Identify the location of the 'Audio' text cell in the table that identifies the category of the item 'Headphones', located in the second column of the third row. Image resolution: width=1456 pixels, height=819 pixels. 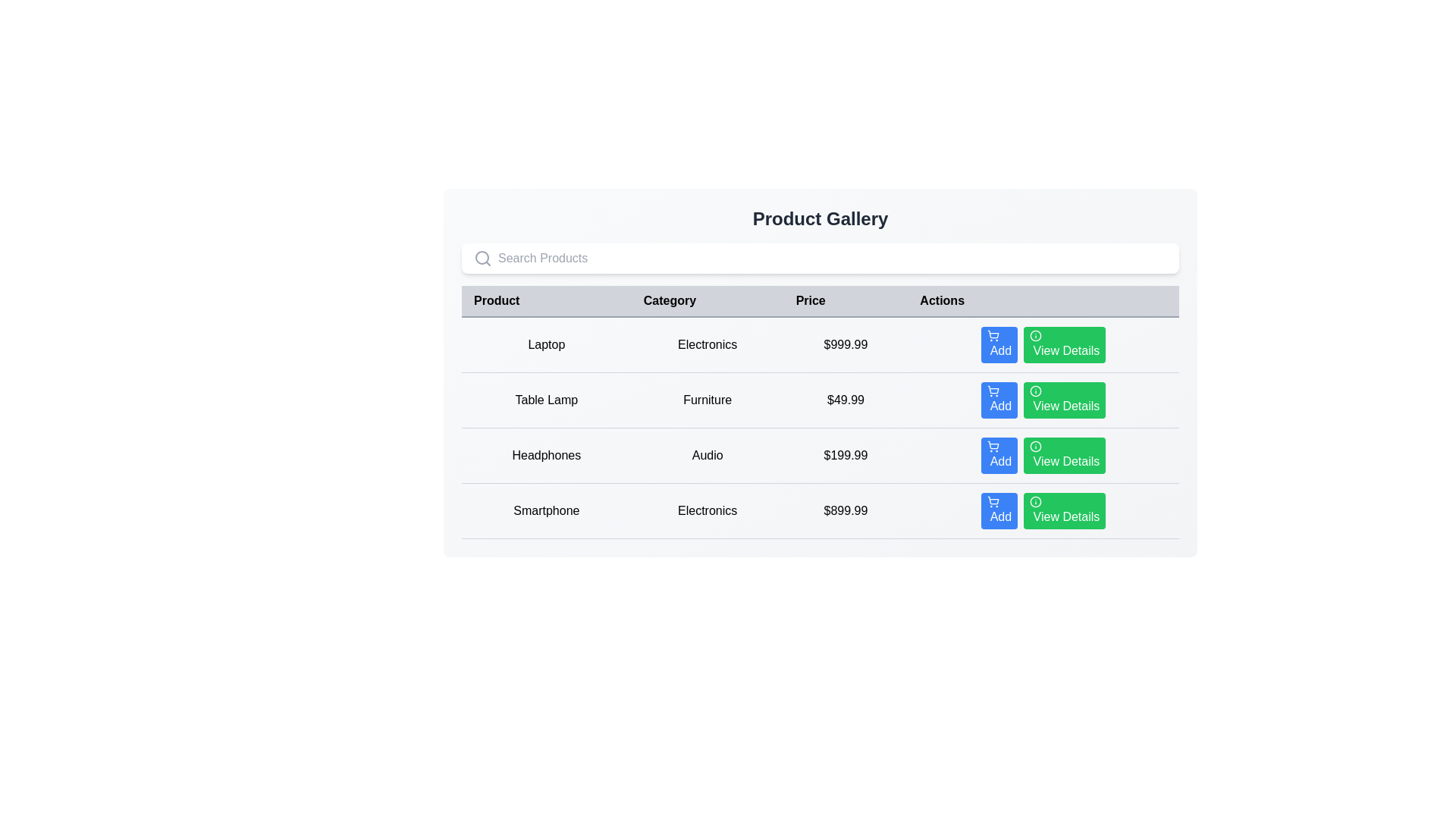
(707, 455).